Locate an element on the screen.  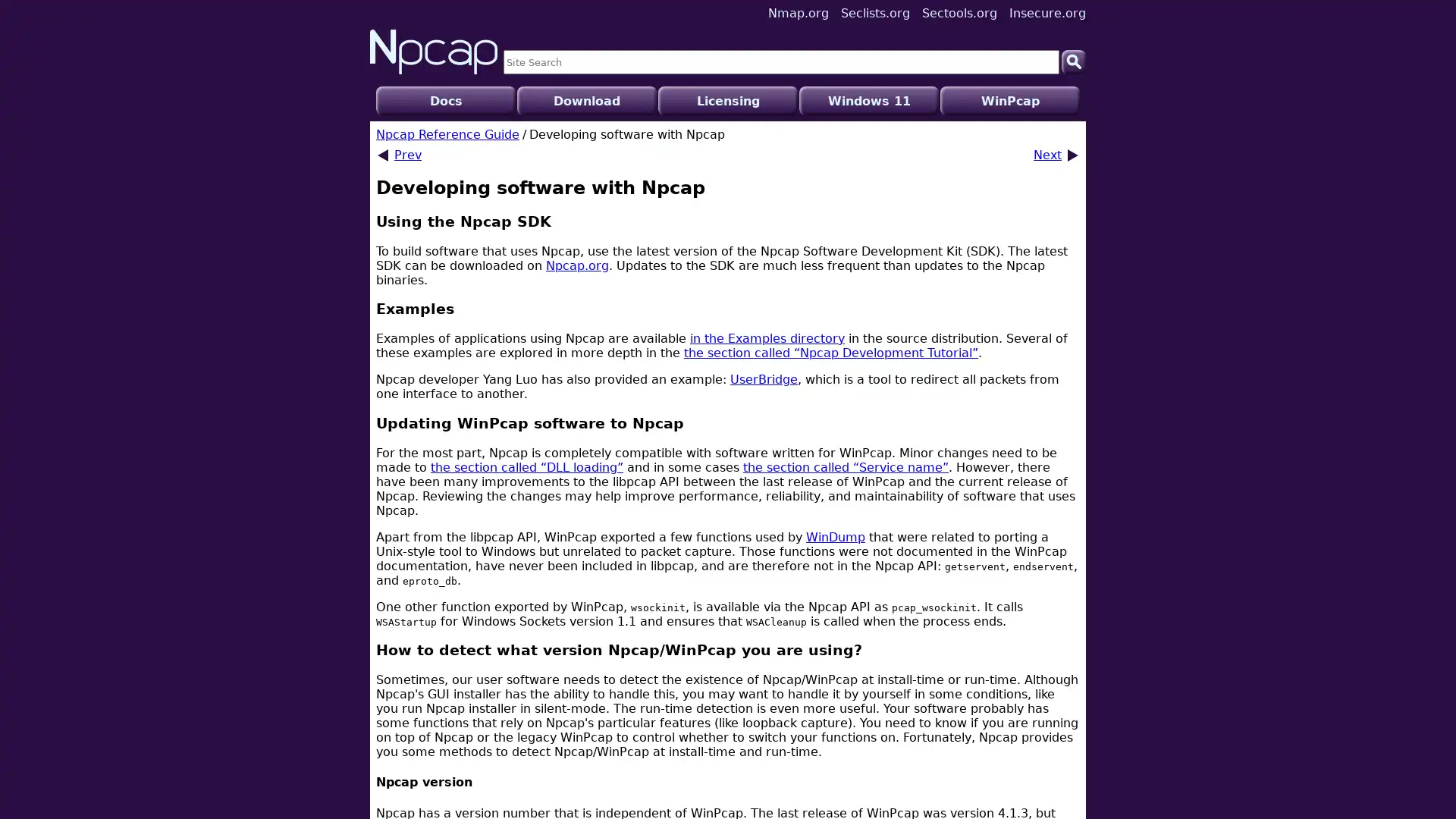
Search is located at coordinates (1073, 61).